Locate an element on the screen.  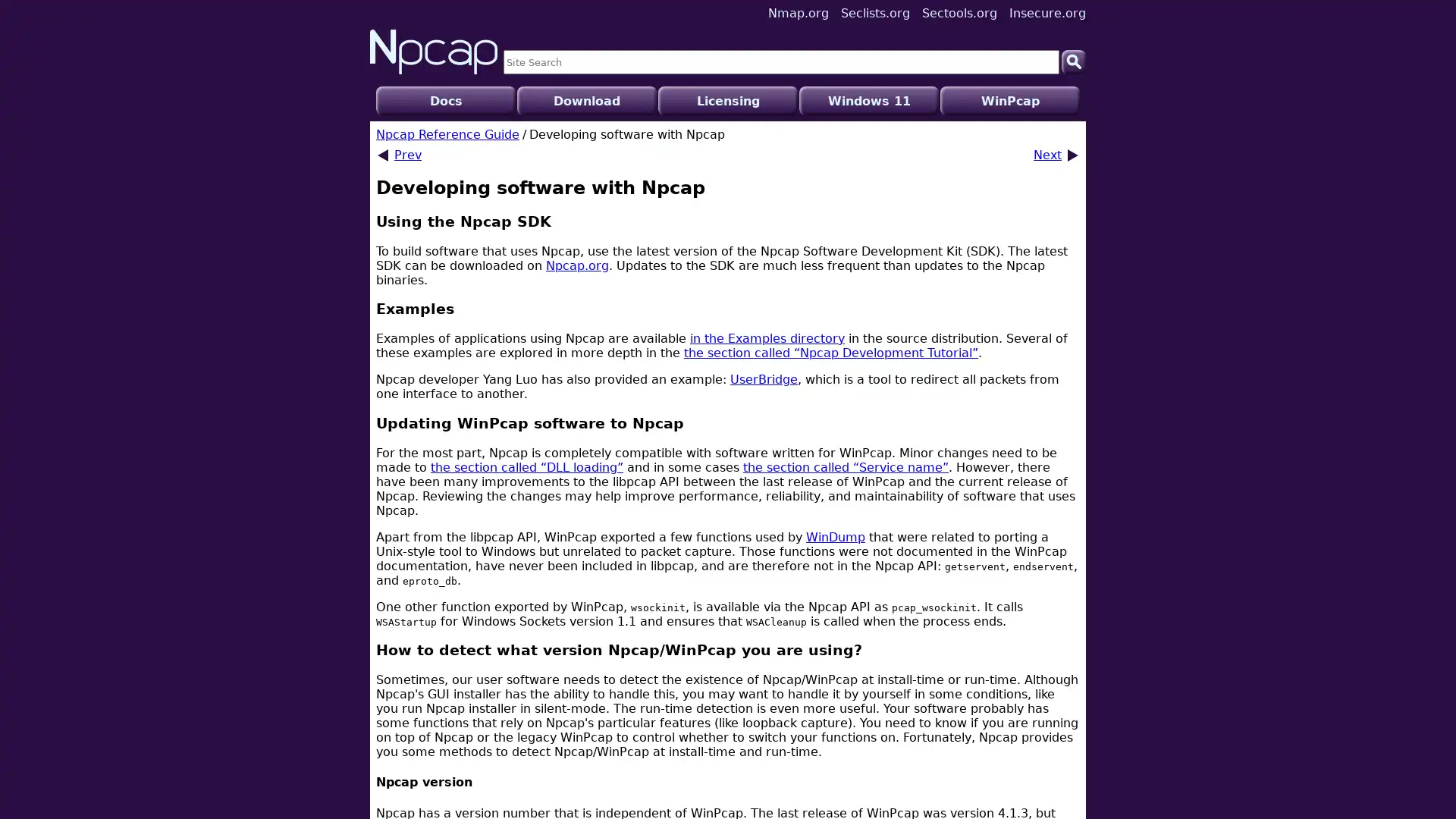
Search is located at coordinates (1073, 61).